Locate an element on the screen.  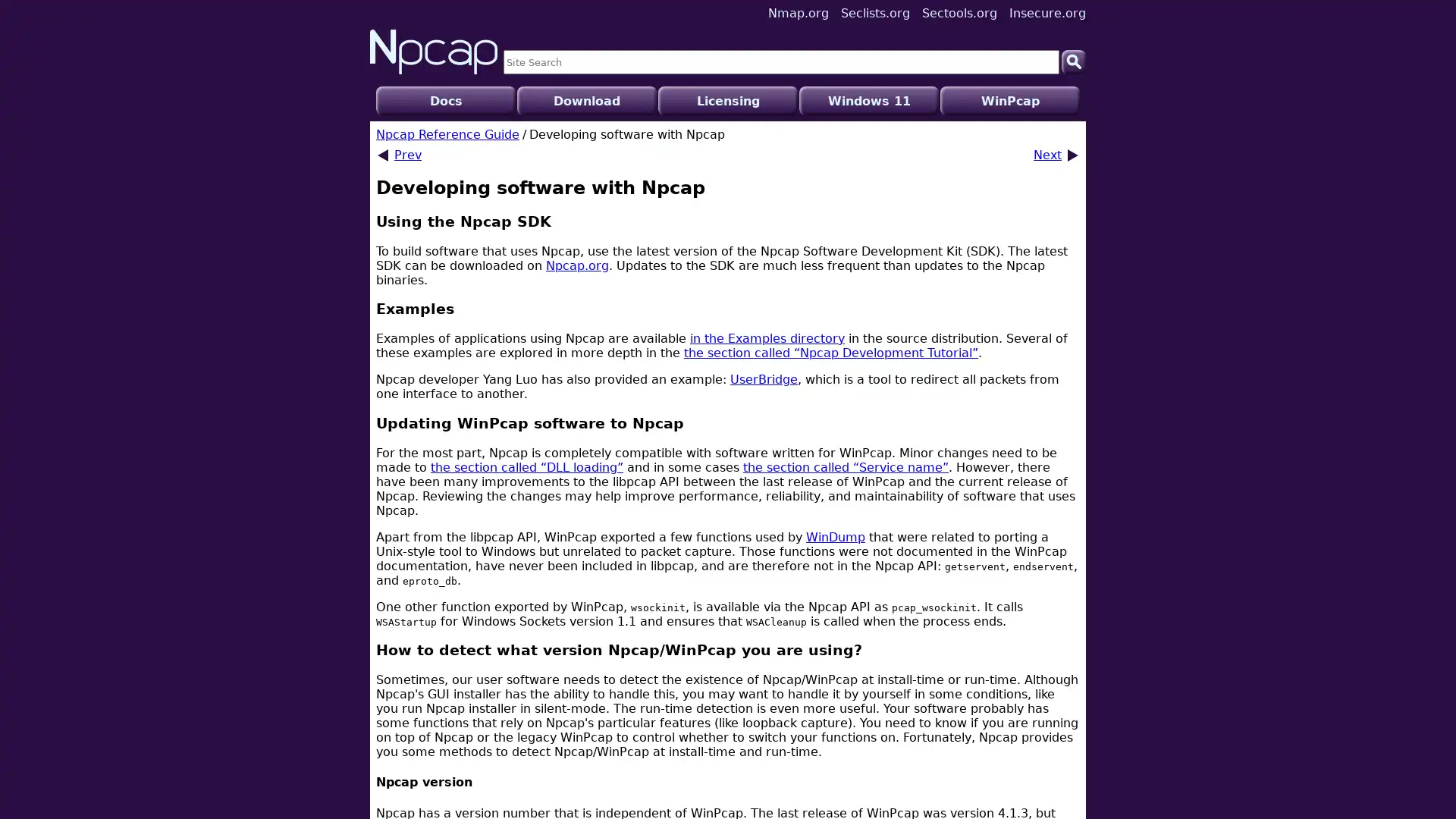
Search is located at coordinates (1073, 61).